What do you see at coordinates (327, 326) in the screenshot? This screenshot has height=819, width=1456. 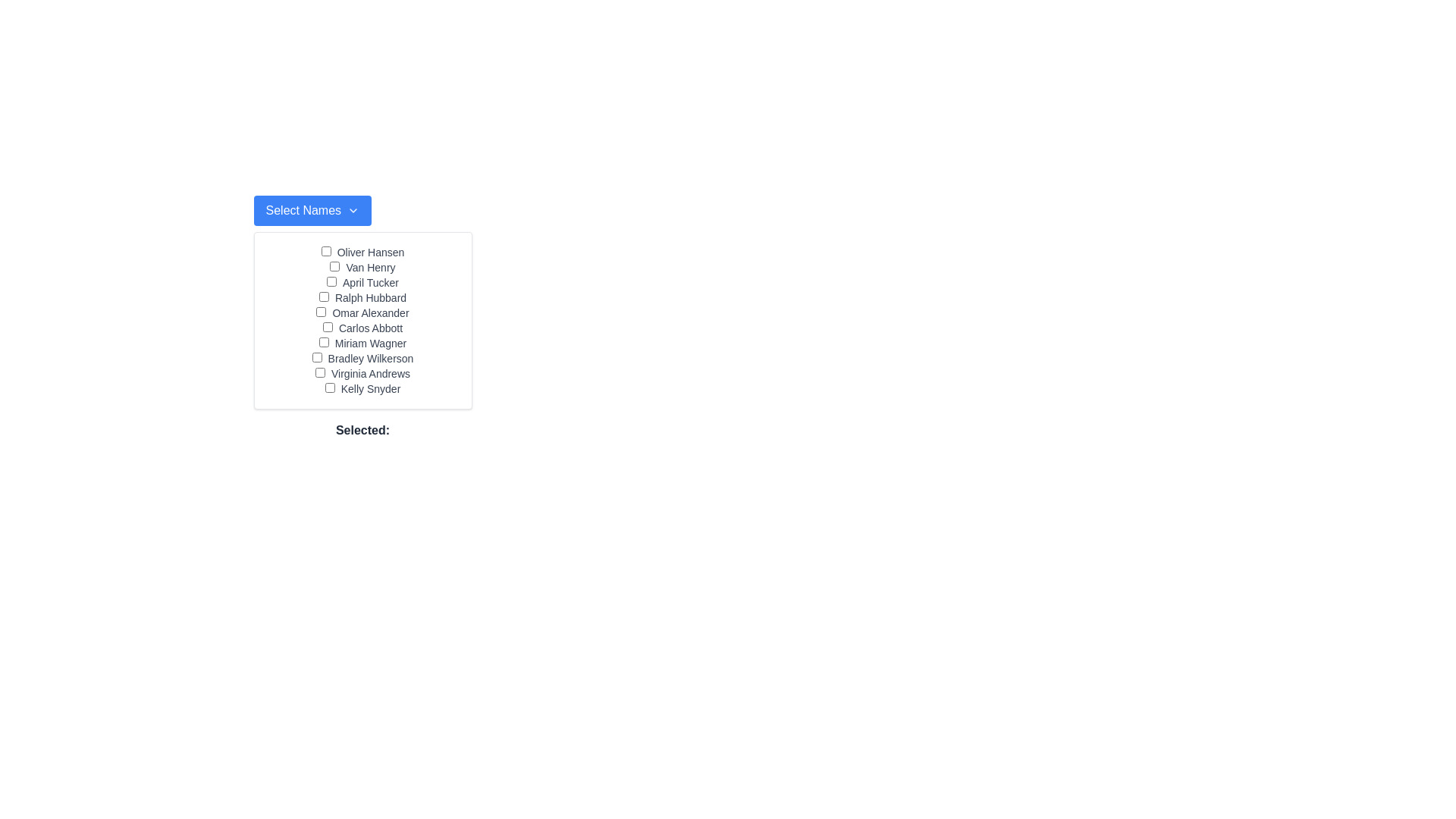 I see `the checkbox located to the left of the text 'Carlos Abbott', which is the sixth checkbox in a vertical list of checkboxes` at bounding box center [327, 326].